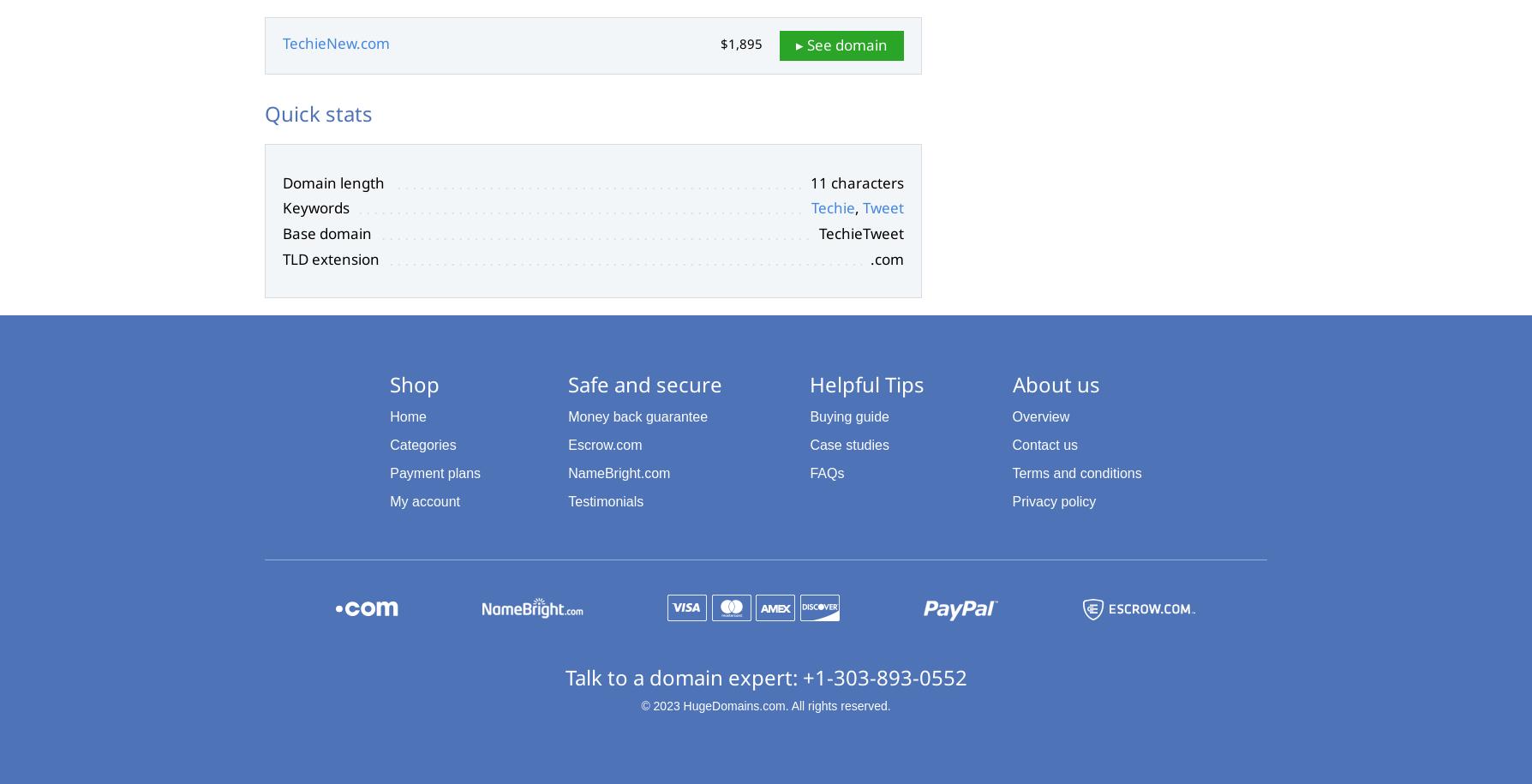 The width and height of the screenshot is (1532, 784). I want to click on ',', so click(855, 207).